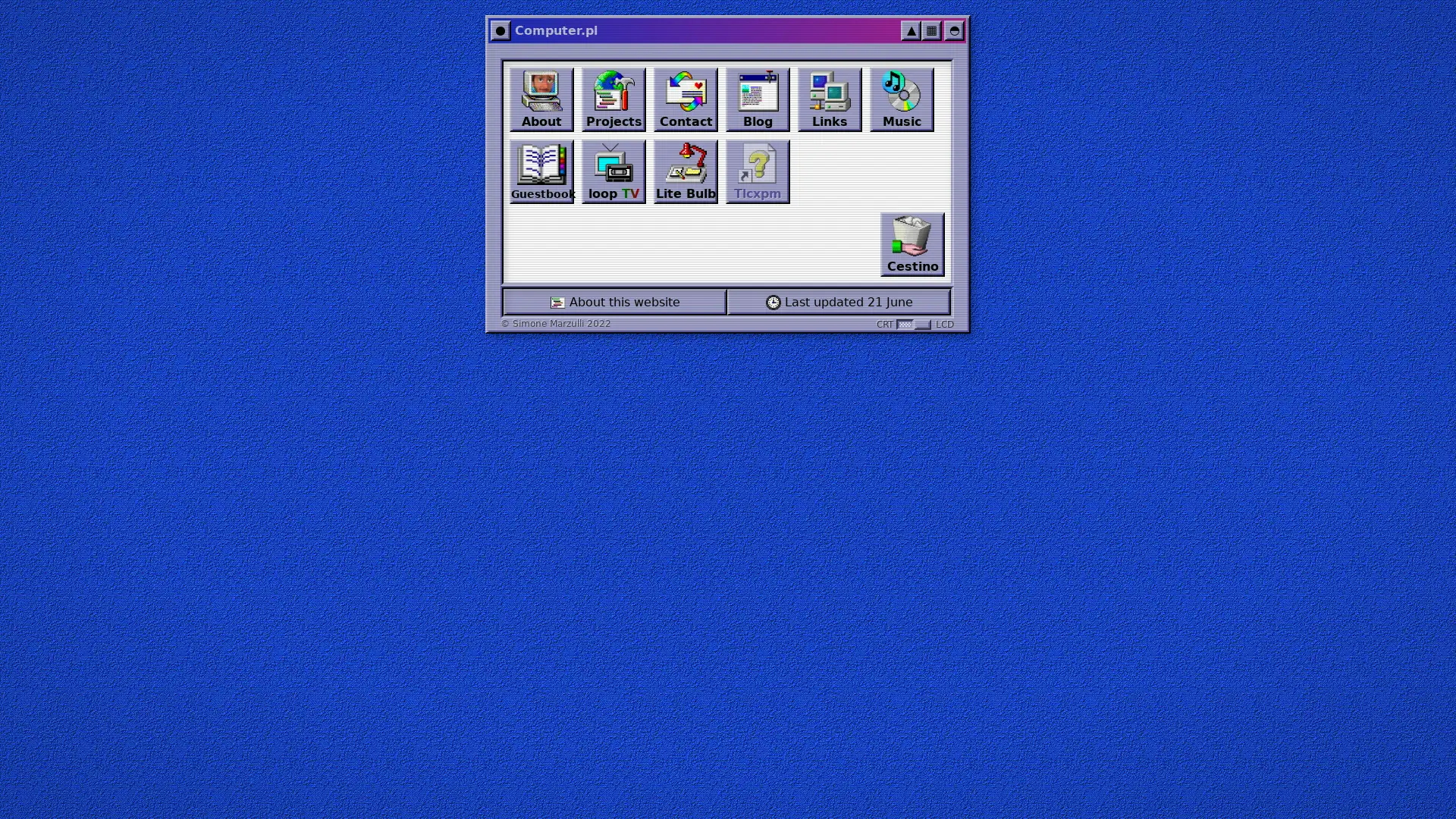  Describe the element at coordinates (685, 99) in the screenshot. I see `contact Contact` at that location.